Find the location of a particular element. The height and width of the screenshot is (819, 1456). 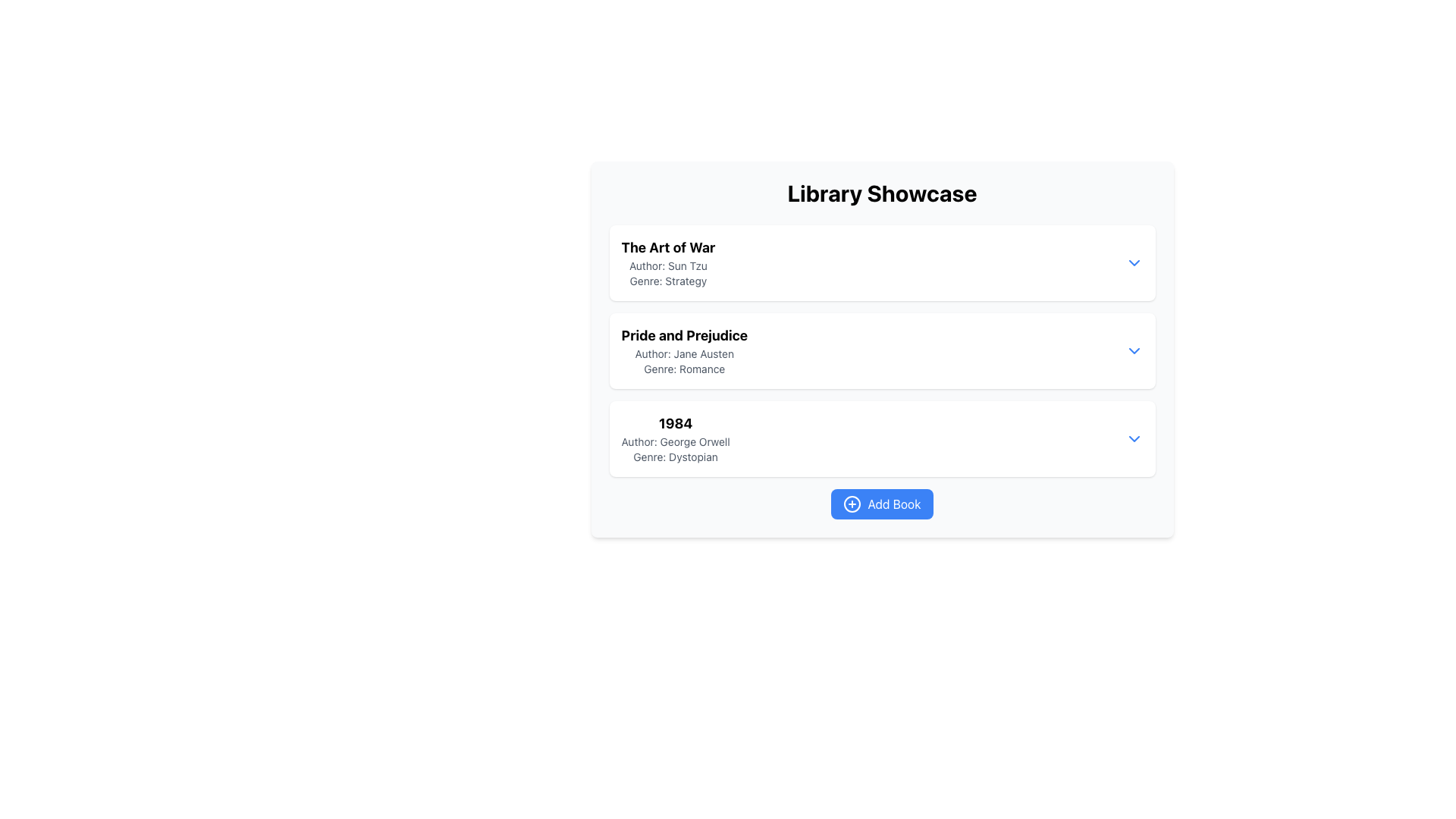

the text label displaying 'Author: George Orwell', which is styled in gray and located beneath the title '1984' is located at coordinates (675, 441).